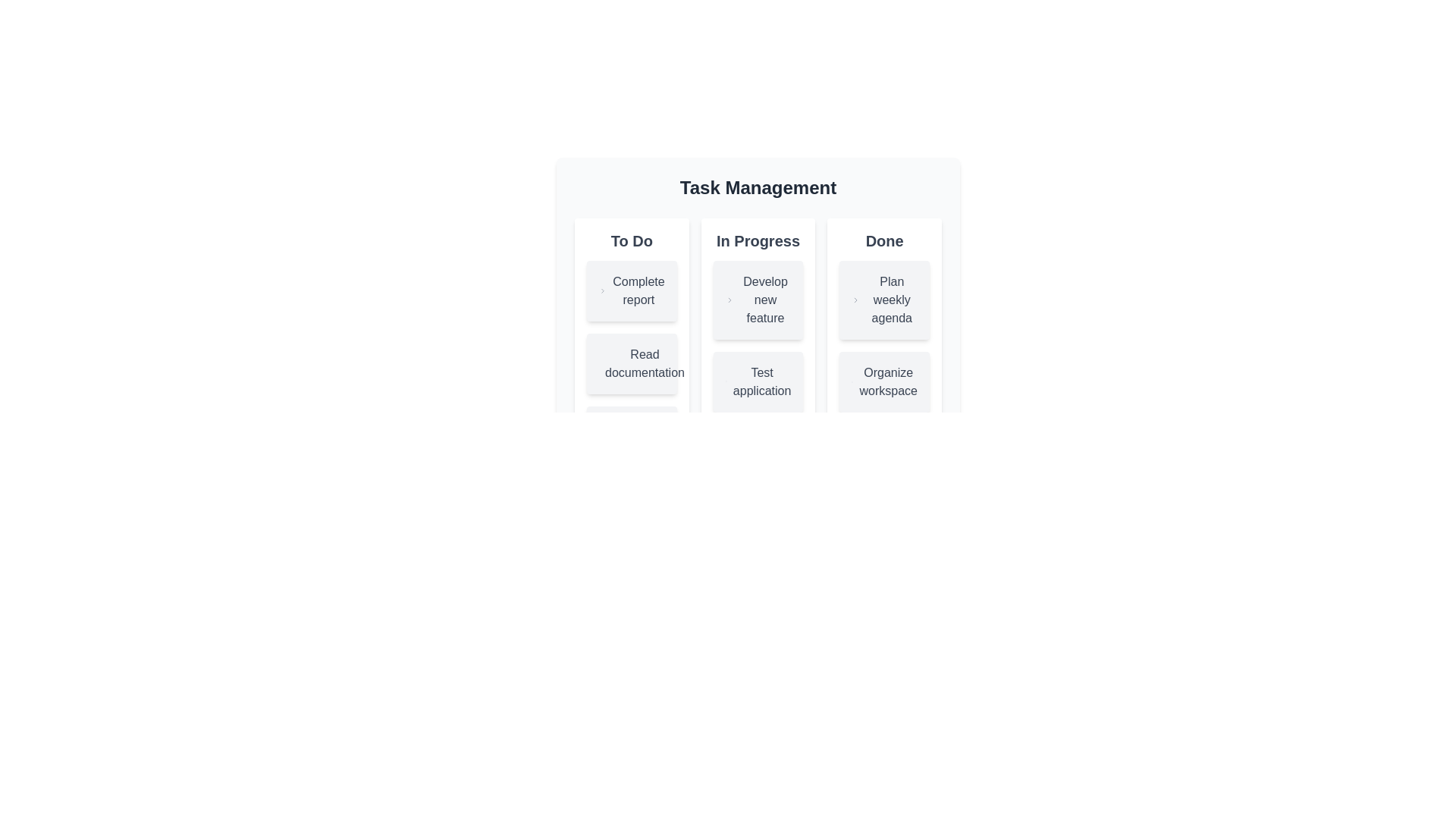 This screenshot has height=819, width=1456. What do you see at coordinates (758, 373) in the screenshot?
I see `on the 'Test application' card in the 'In Progress' section of the Task Management interface` at bounding box center [758, 373].